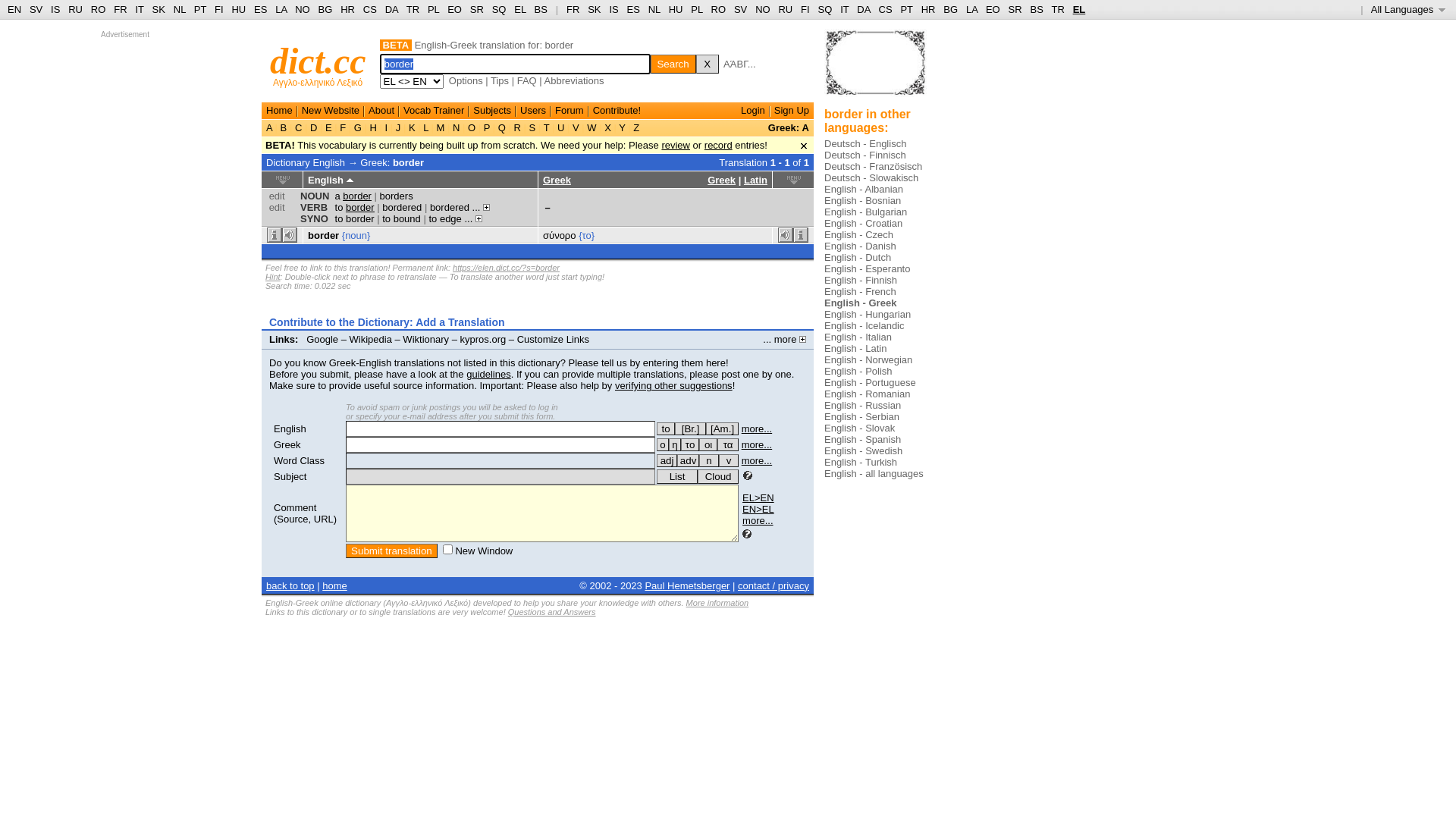 The height and width of the screenshot is (819, 1456). What do you see at coordinates (397, 127) in the screenshot?
I see `'J'` at bounding box center [397, 127].